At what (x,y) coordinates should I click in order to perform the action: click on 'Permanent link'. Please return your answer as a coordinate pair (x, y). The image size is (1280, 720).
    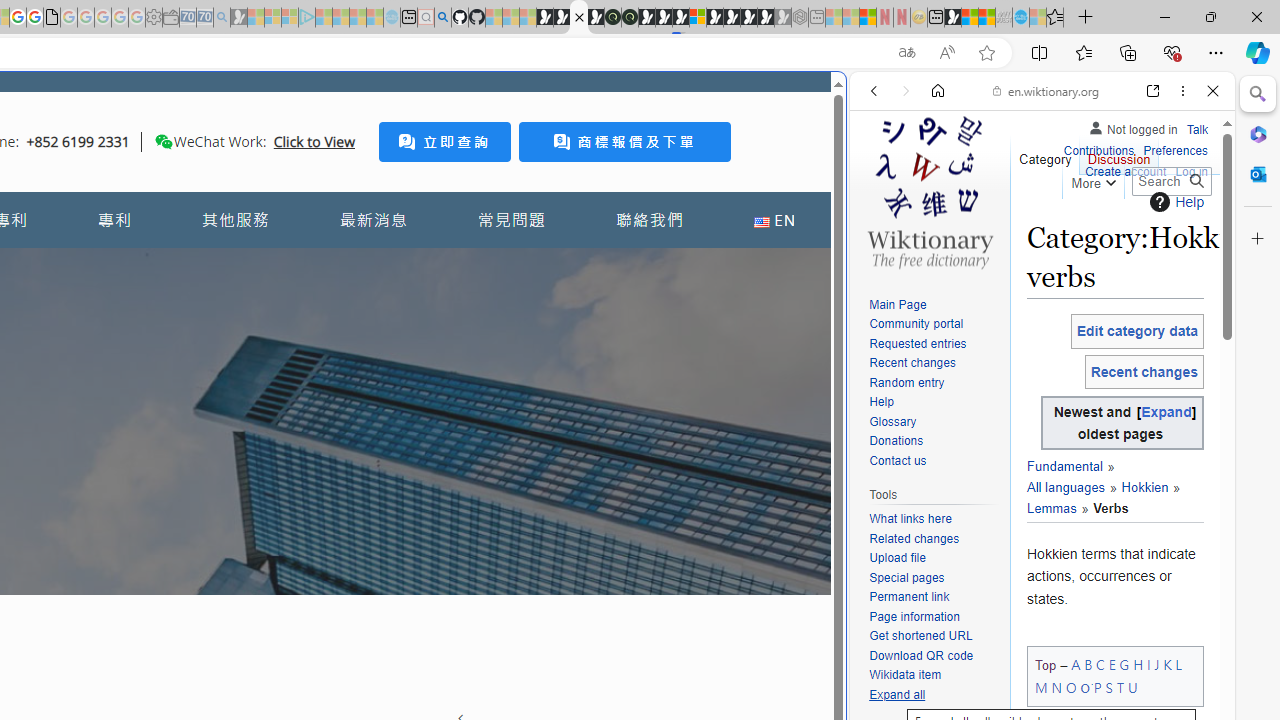
    Looking at the image, I should click on (934, 596).